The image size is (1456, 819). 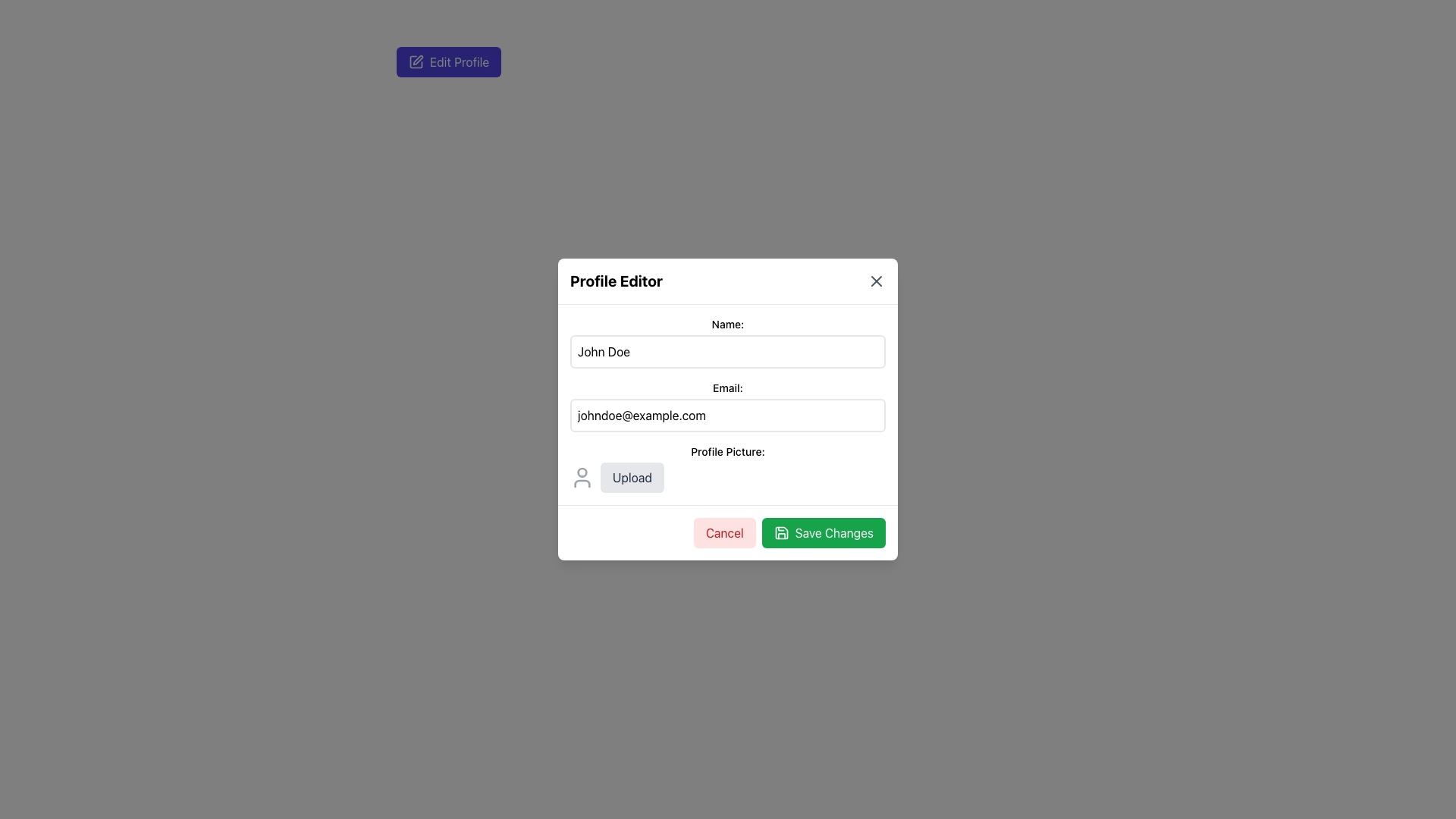 What do you see at coordinates (728, 476) in the screenshot?
I see `the 'Upload' button within the 'Profile Editor' modal to upload a file` at bounding box center [728, 476].